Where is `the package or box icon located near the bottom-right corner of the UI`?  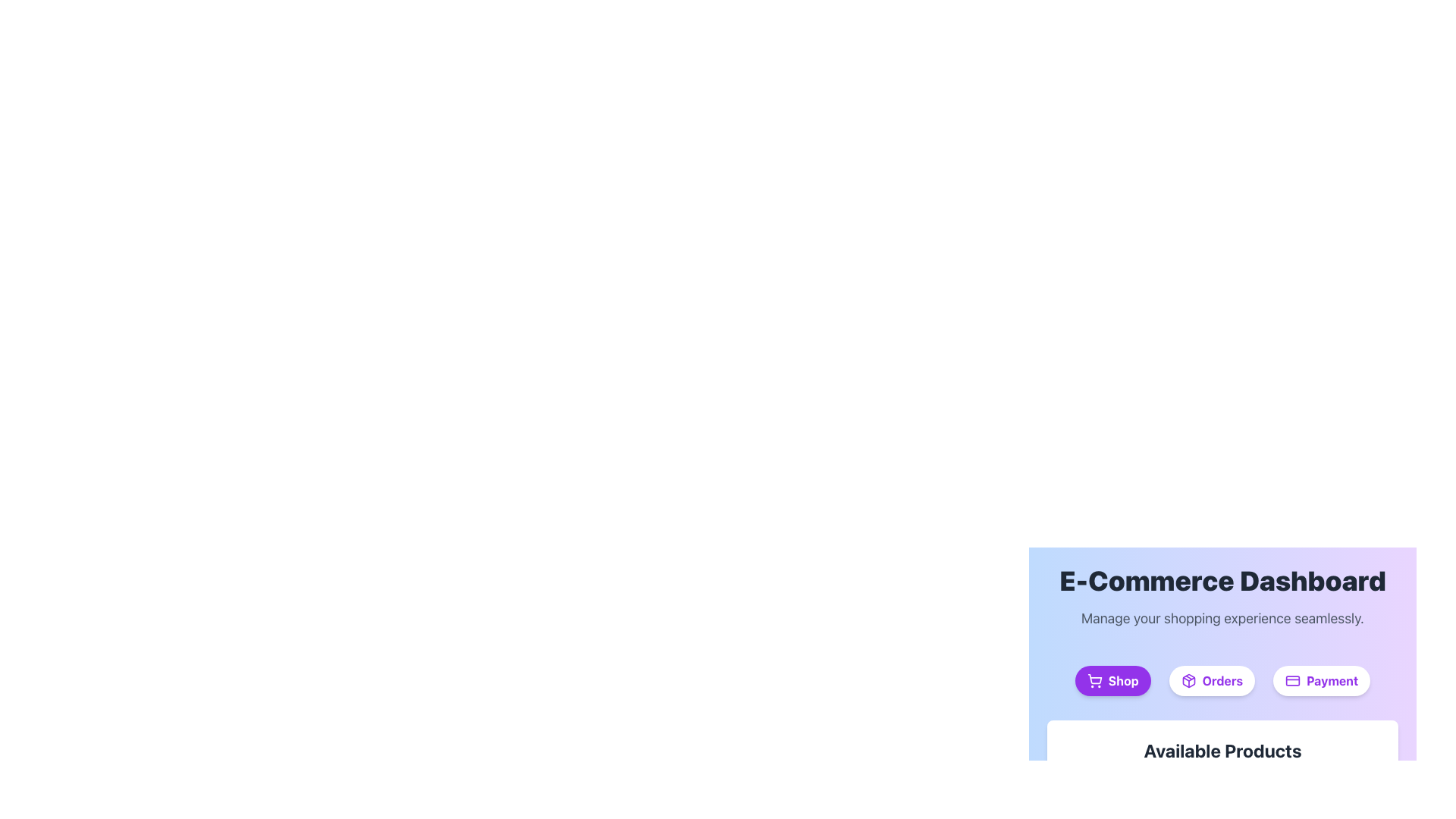
the package or box icon located near the bottom-right corner of the UI is located at coordinates (1188, 680).